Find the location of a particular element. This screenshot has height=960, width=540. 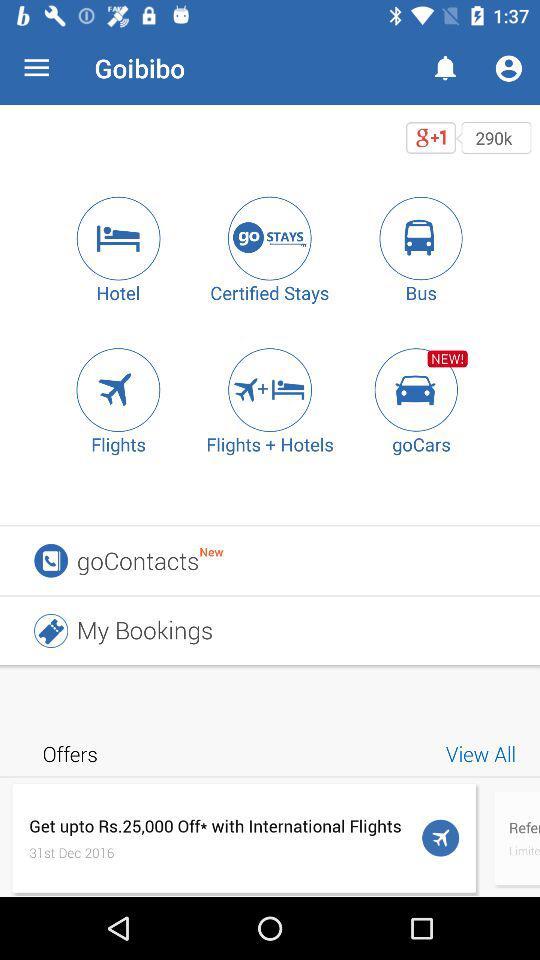

instead of flights put one ways or round trips is located at coordinates (118, 388).